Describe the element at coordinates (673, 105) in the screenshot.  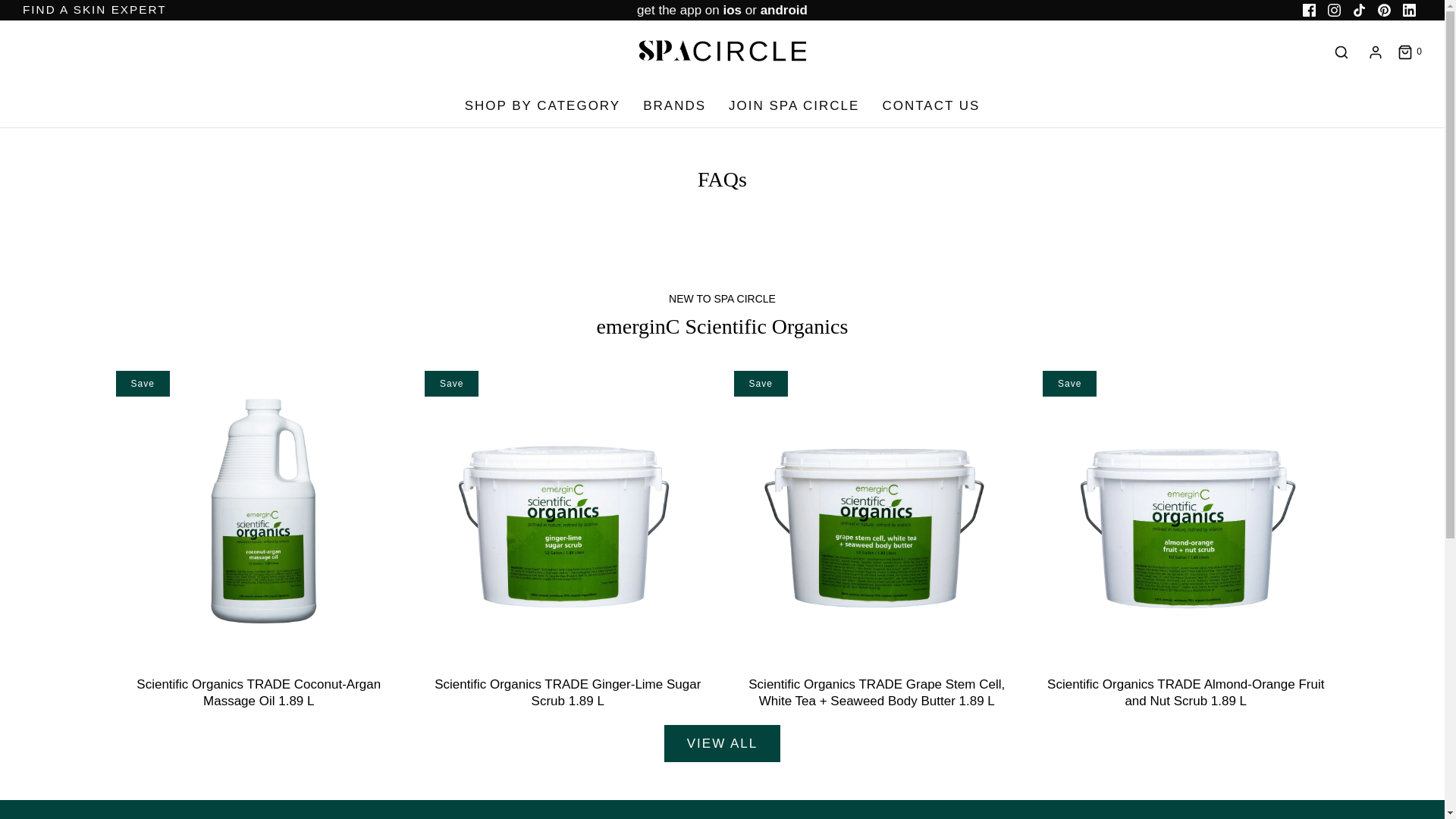
I see `'BRANDS'` at that location.